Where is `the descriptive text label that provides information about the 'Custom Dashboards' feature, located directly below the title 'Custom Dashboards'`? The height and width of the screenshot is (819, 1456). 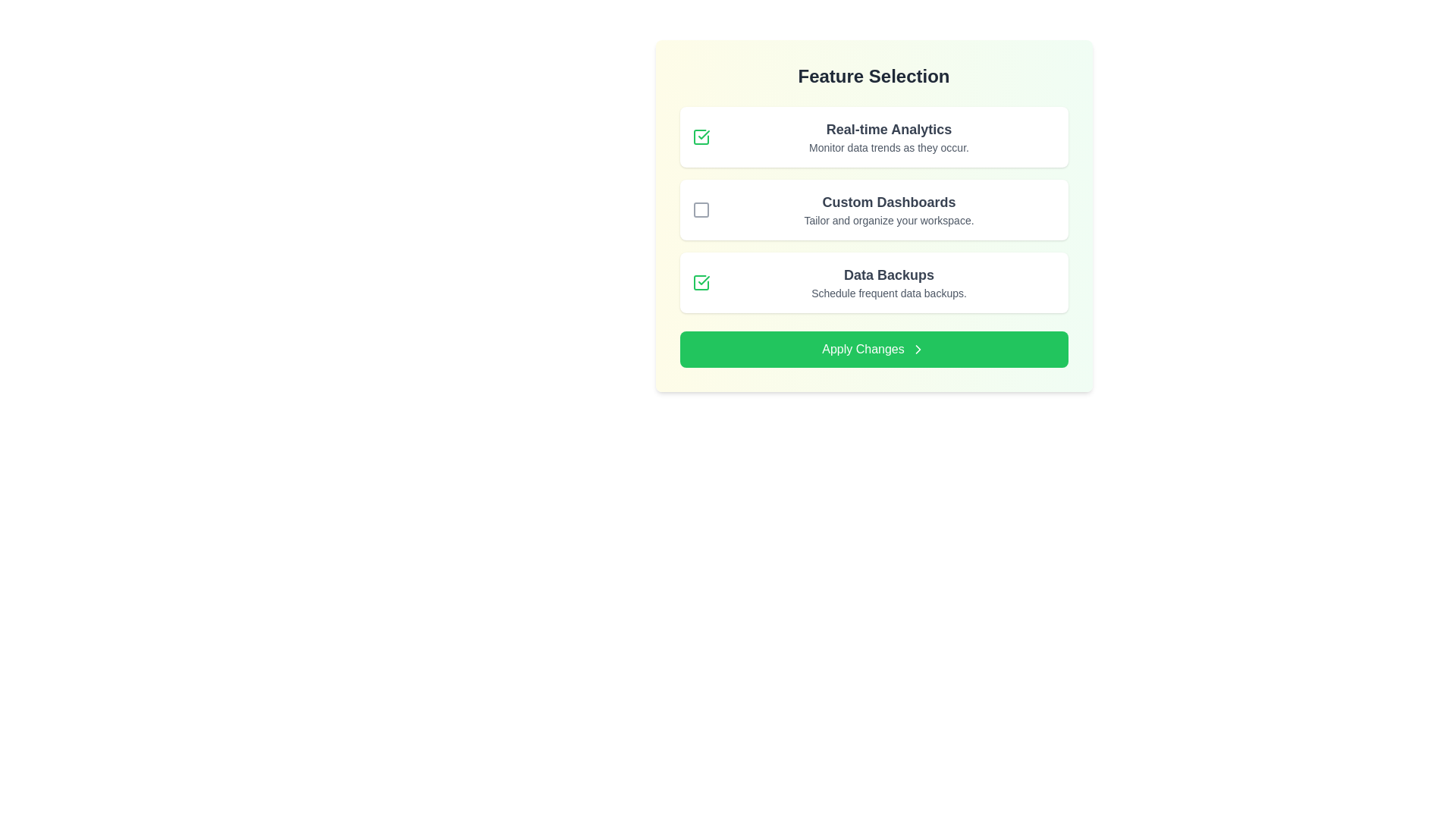
the descriptive text label that provides information about the 'Custom Dashboards' feature, located directly below the title 'Custom Dashboards' is located at coordinates (889, 220).